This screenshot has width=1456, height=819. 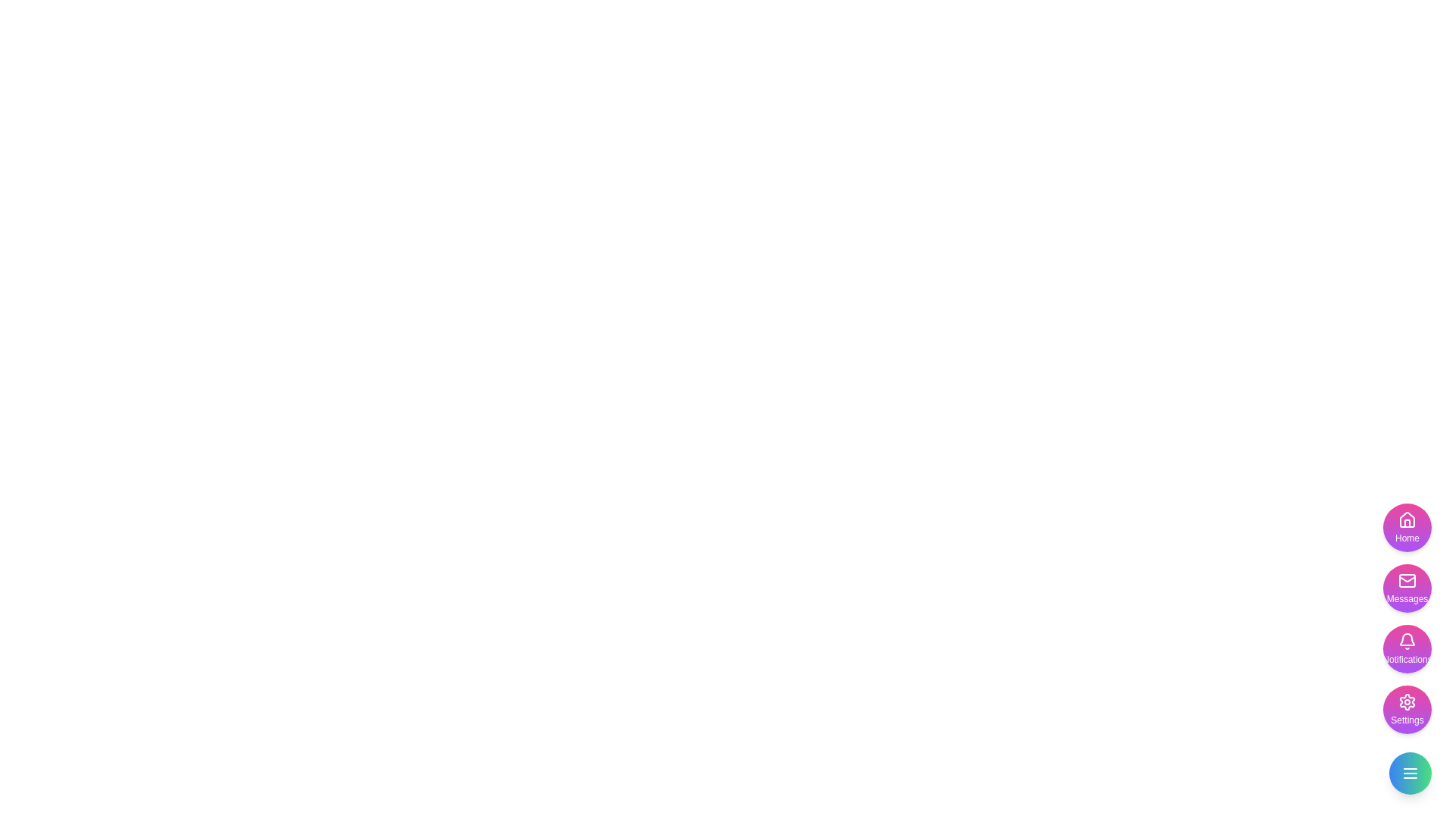 I want to click on the circular button with a menu icon, so click(x=1410, y=773).